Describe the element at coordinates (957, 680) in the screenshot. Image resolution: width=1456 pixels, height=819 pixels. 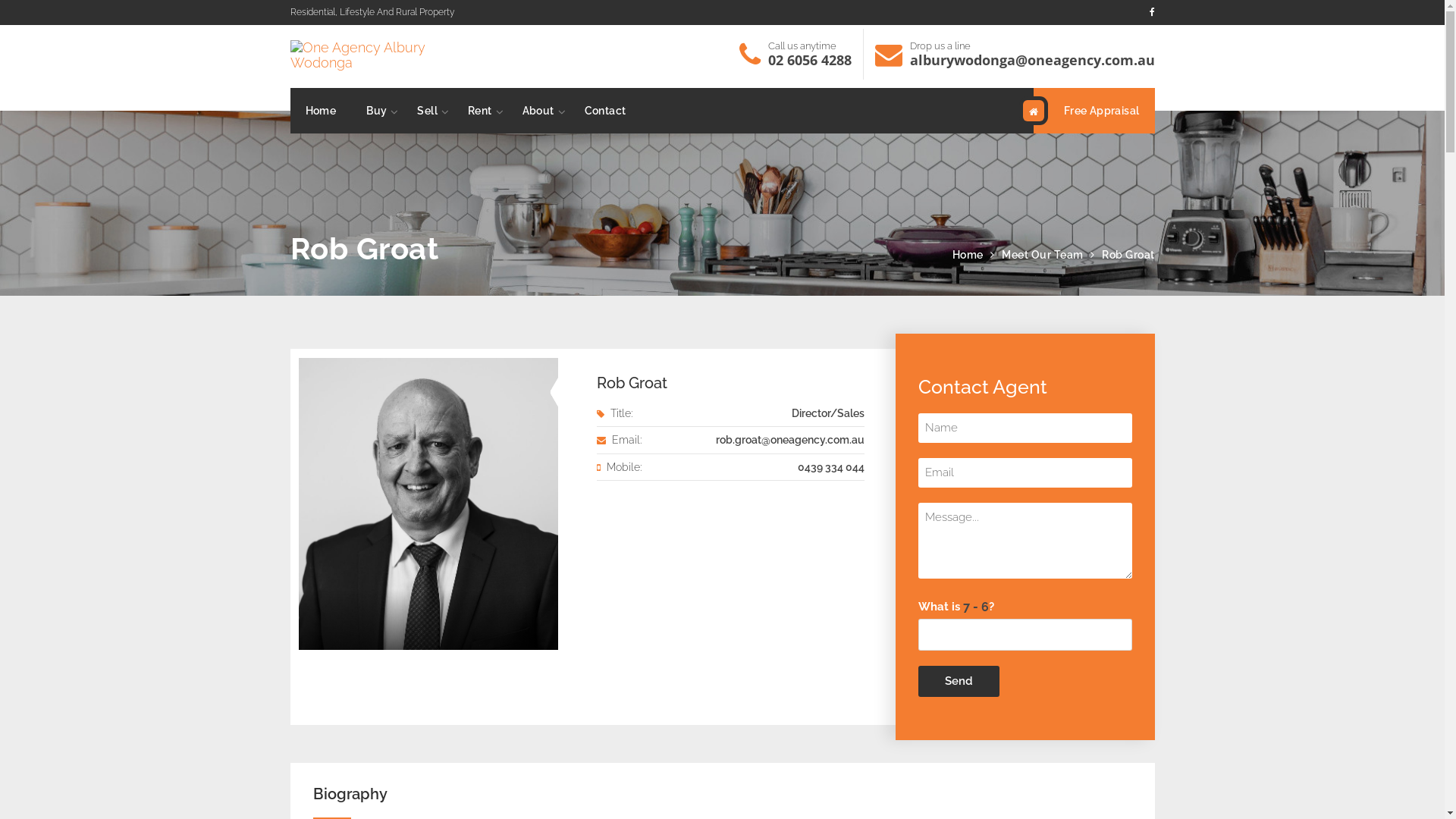
I see `'Send'` at that location.